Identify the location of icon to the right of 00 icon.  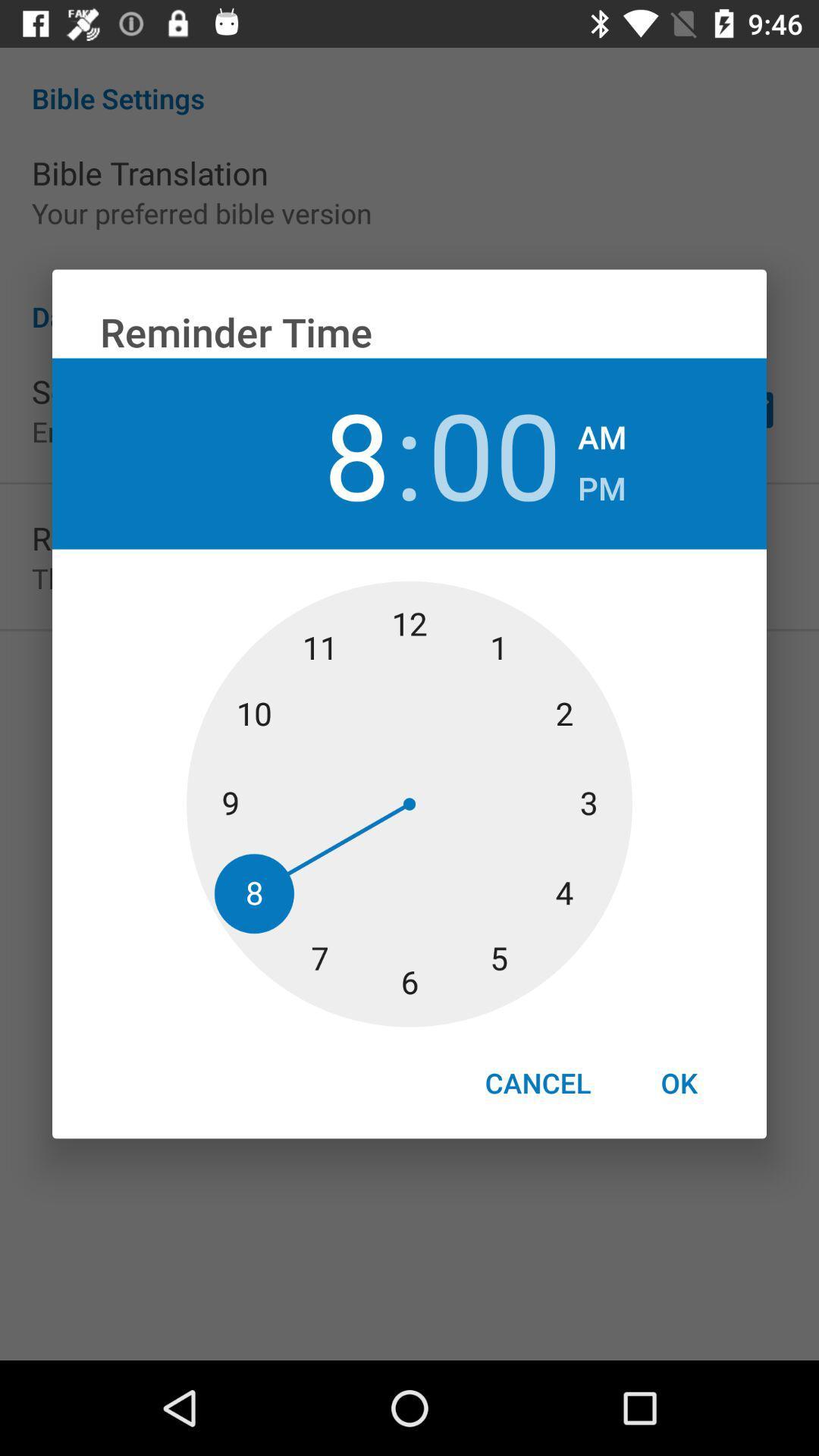
(601, 483).